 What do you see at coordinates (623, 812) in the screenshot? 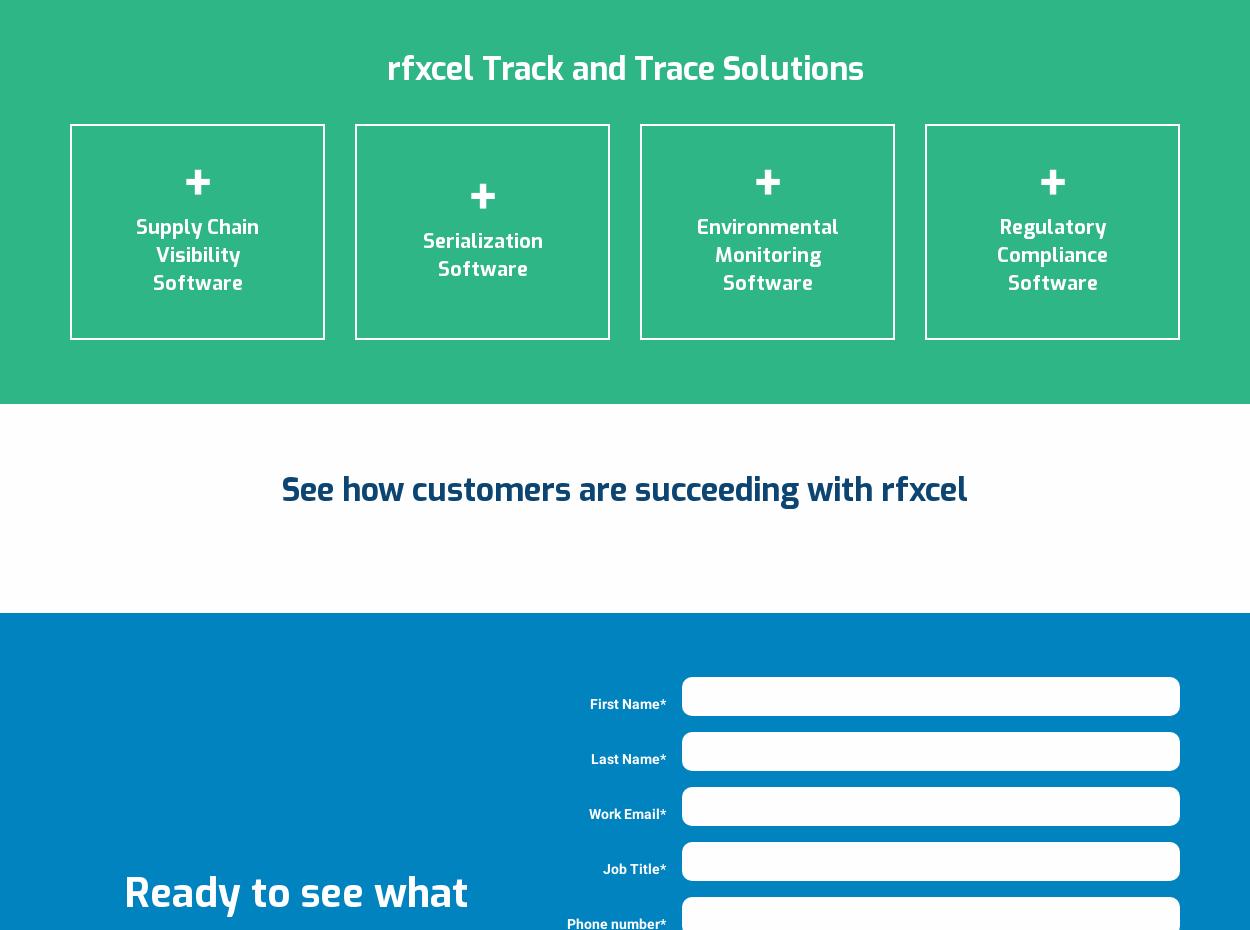
I see `'Work Email'` at bounding box center [623, 812].